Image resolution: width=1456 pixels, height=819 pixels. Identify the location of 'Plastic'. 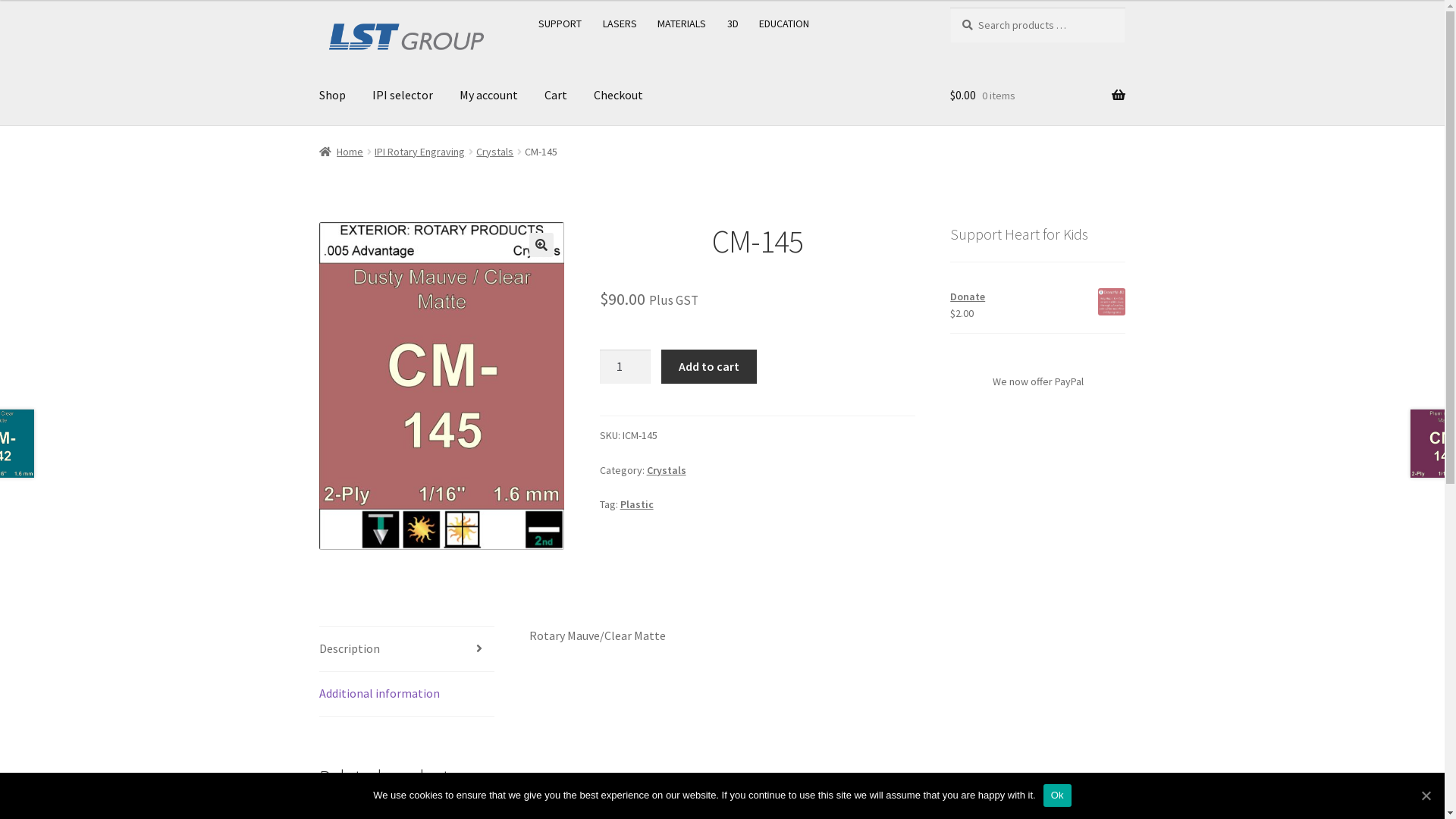
(637, 504).